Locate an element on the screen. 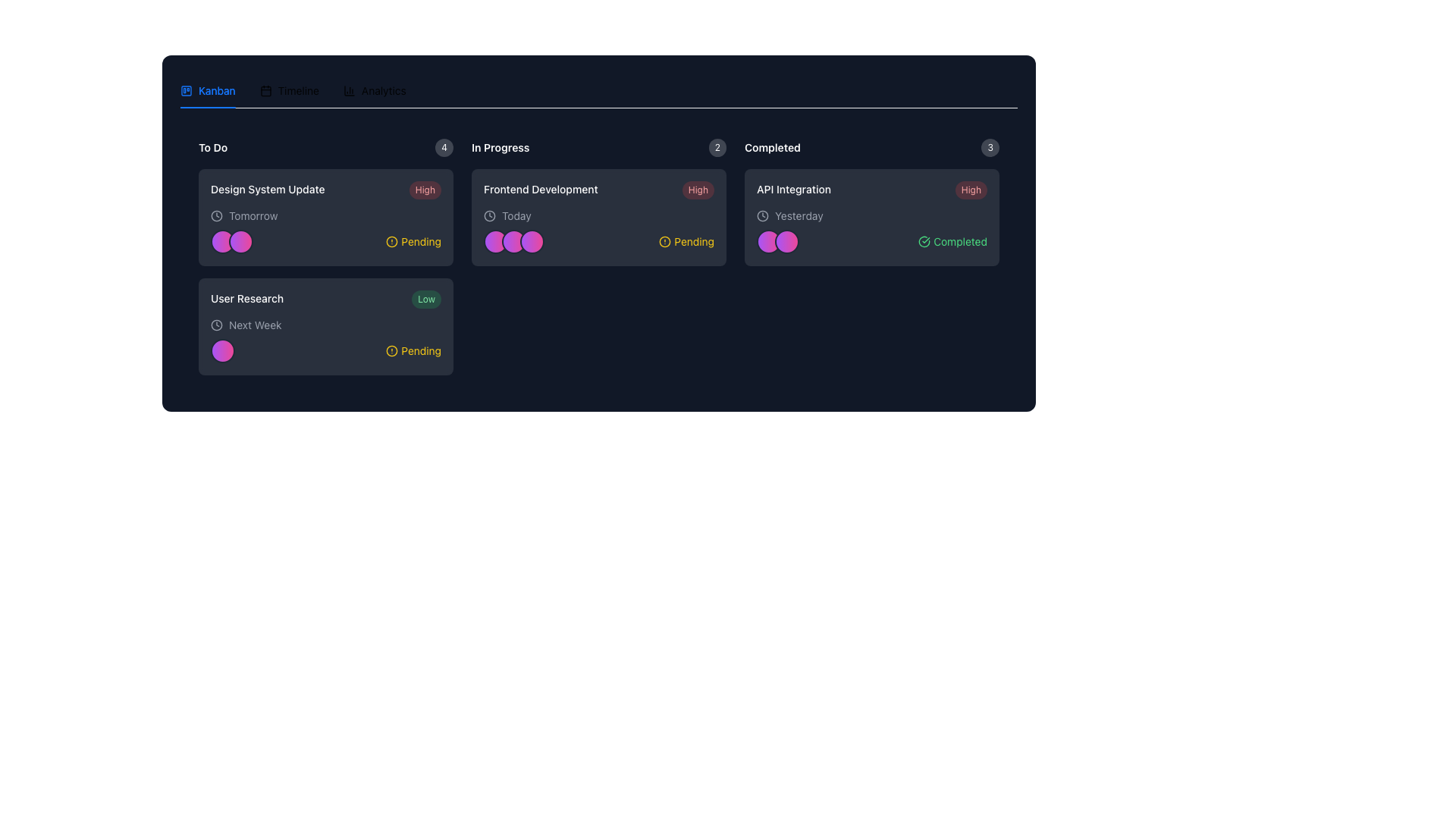 The width and height of the screenshot is (1456, 819). the 'Frontend Development' Task Card from the 'In Progress' column is located at coordinates (598, 256).